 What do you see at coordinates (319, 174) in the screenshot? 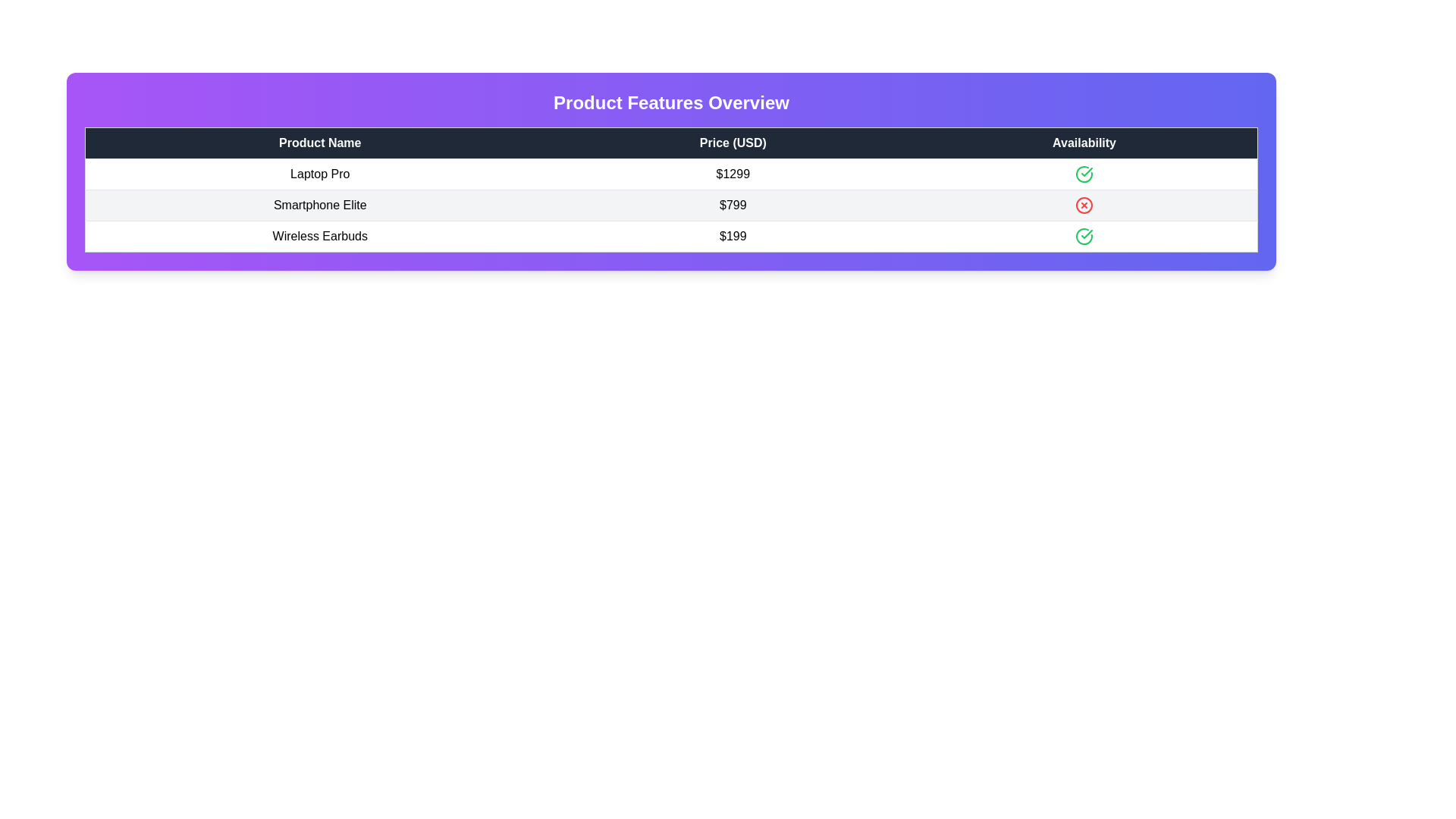
I see `static text label displaying 'Laptop Pro' located in the first row under the 'Product Name' column of the table` at bounding box center [319, 174].